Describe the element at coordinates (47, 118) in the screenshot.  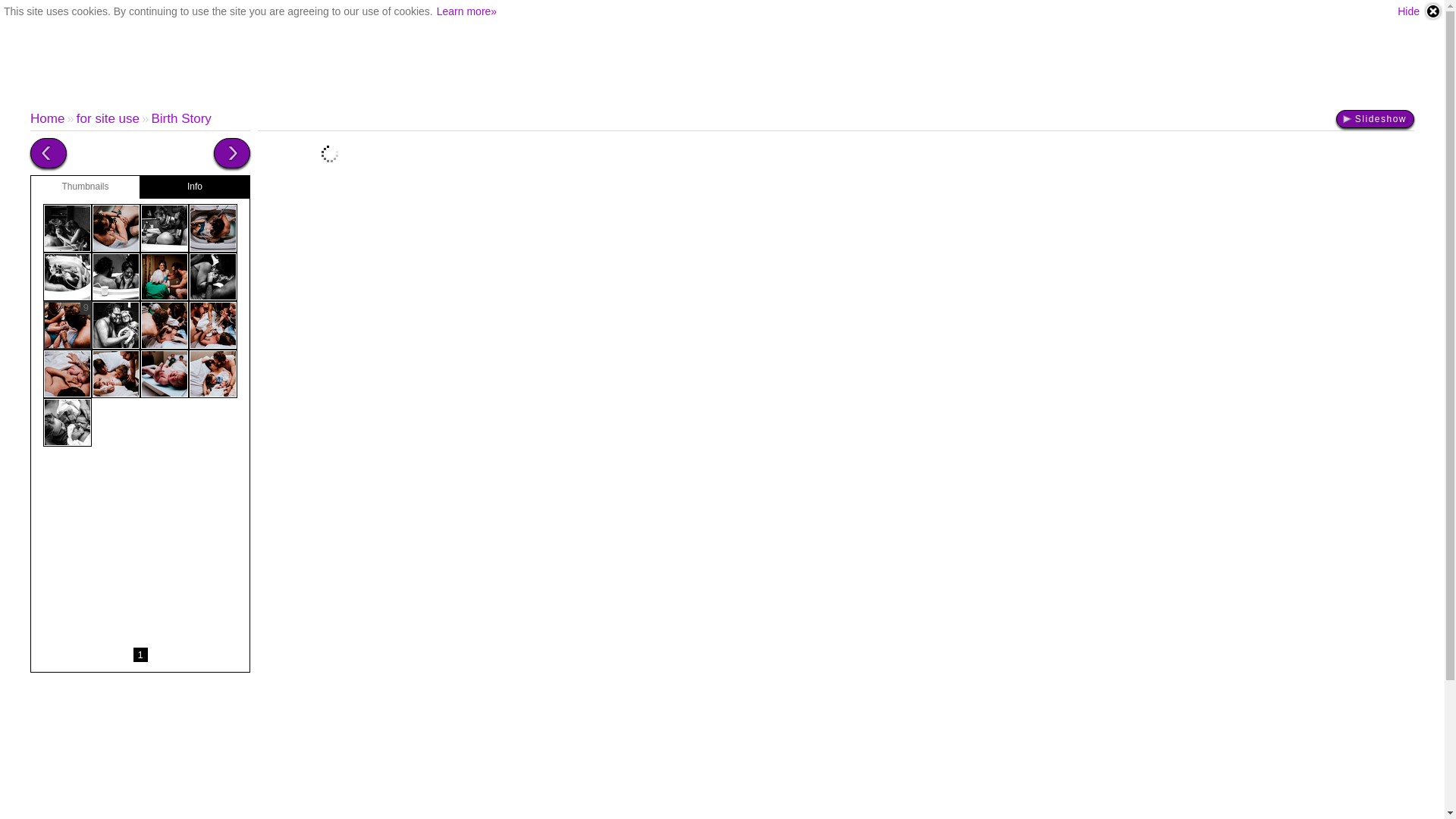
I see `'Home'` at that location.